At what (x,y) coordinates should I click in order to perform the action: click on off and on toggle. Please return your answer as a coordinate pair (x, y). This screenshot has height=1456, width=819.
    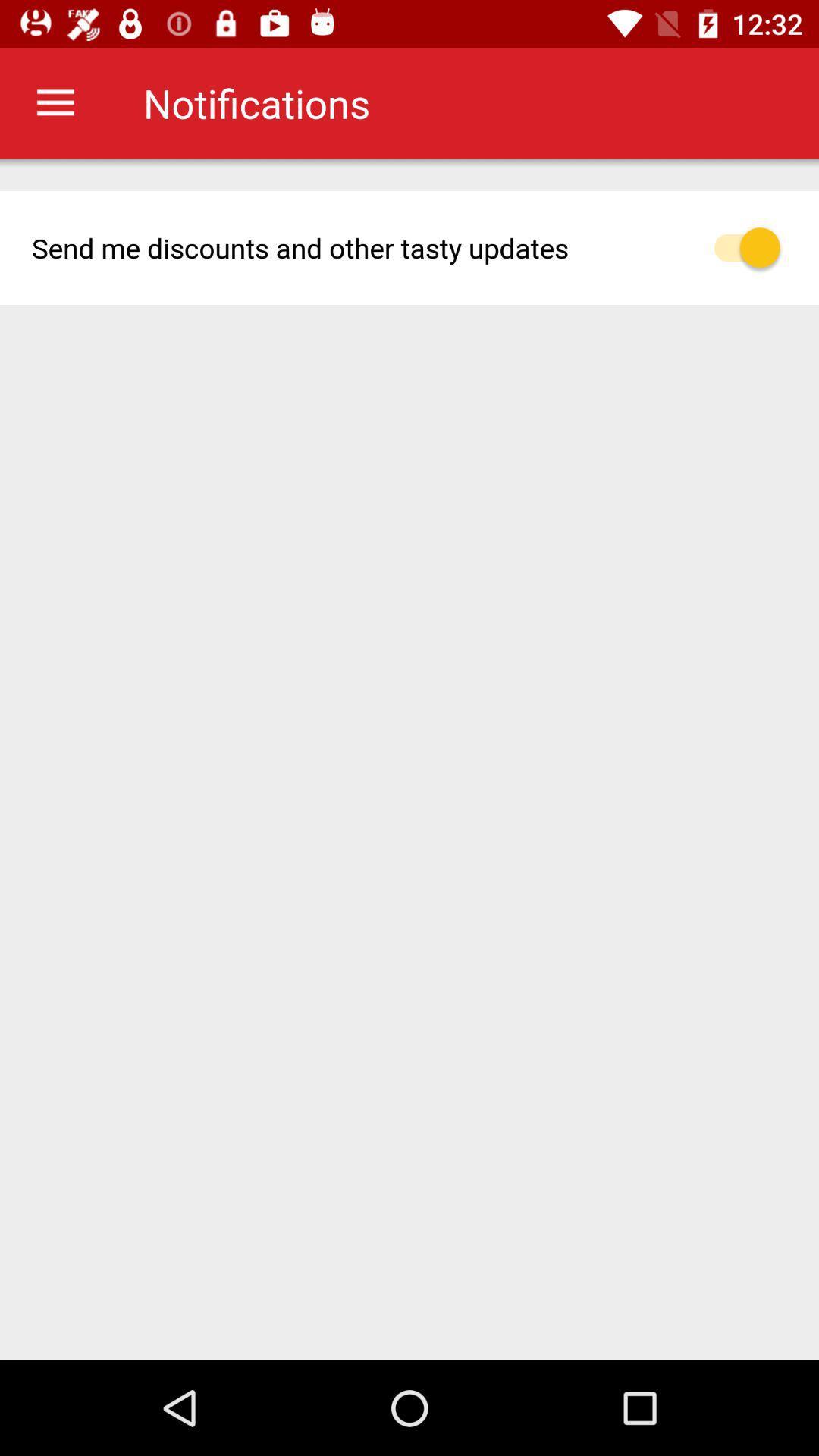
    Looking at the image, I should click on (755, 247).